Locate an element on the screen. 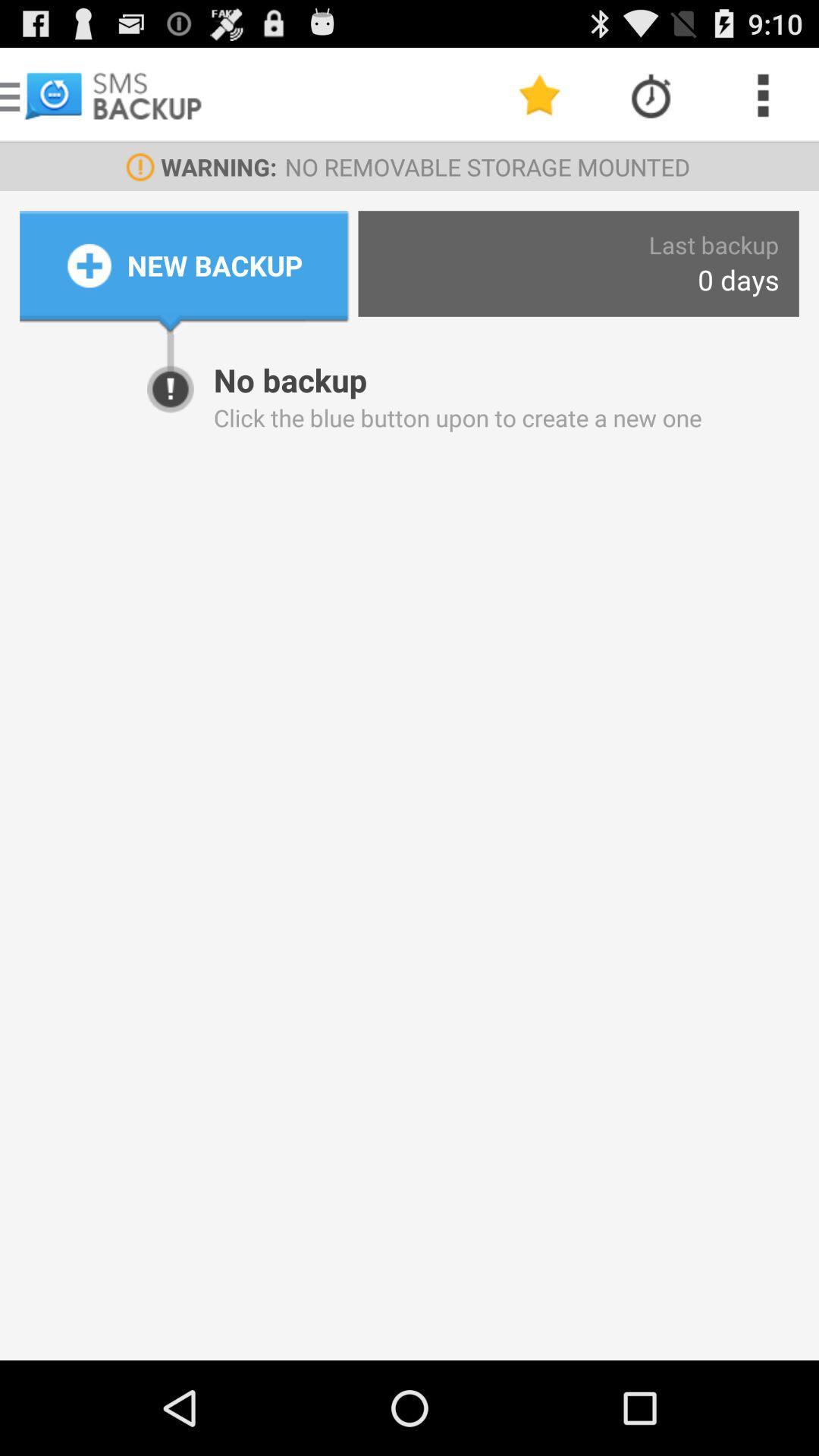  the app above no removable storage icon is located at coordinates (539, 94).